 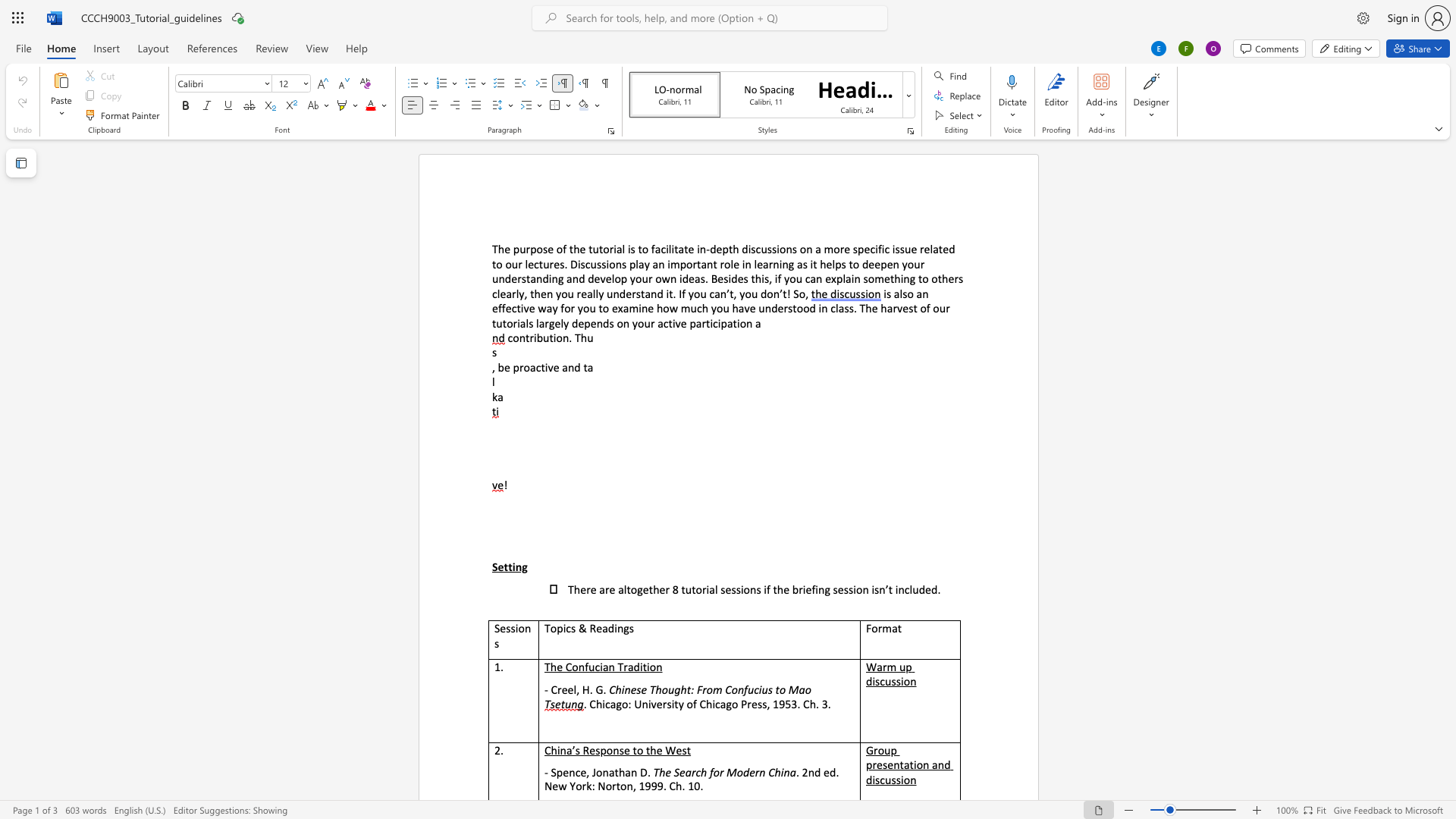 What do you see at coordinates (689, 307) in the screenshot?
I see `the space between the continuous character "m" and "u" in the text` at bounding box center [689, 307].